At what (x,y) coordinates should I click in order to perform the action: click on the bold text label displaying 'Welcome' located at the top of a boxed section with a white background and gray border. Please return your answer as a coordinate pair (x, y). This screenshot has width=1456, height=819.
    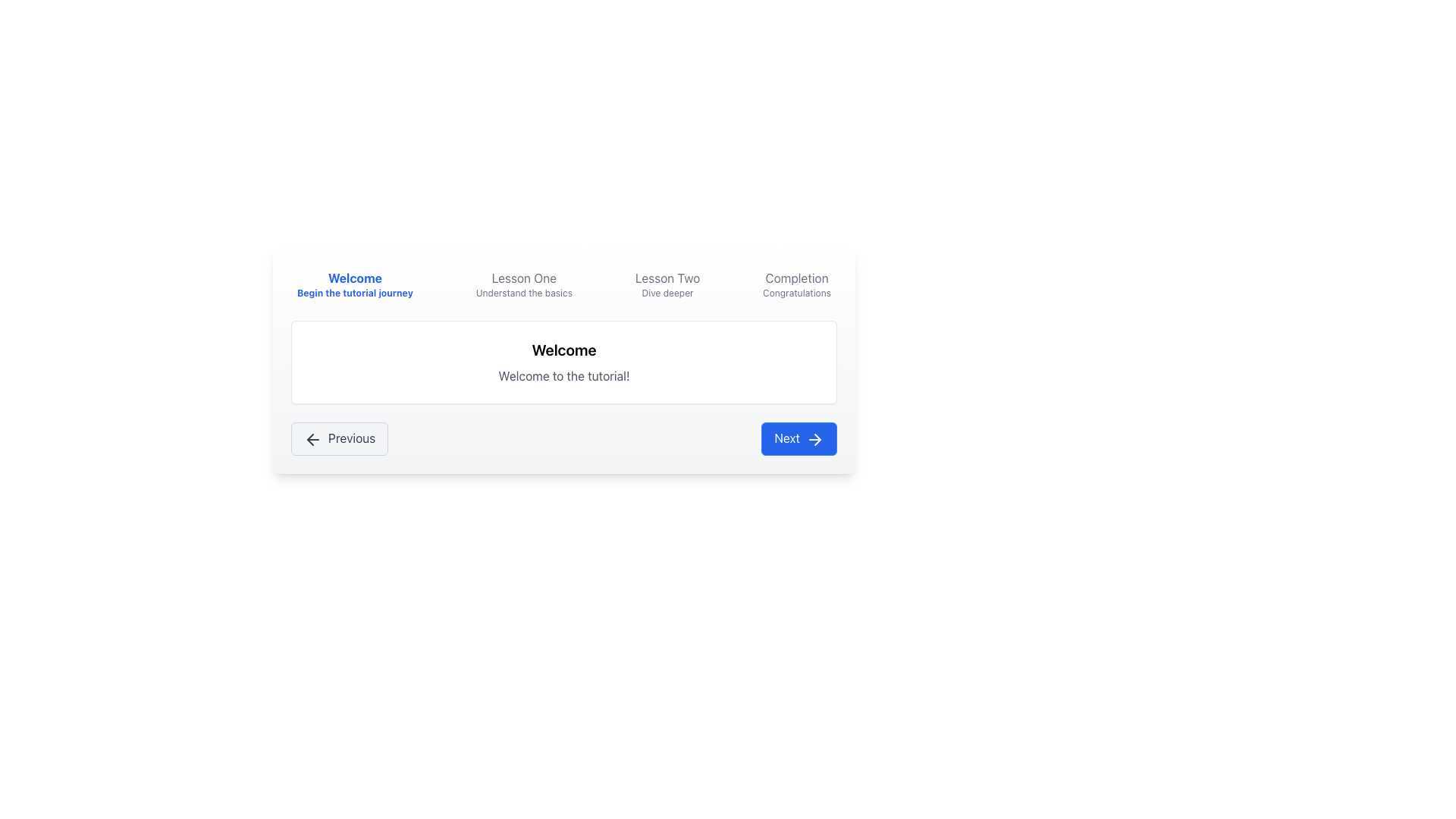
    Looking at the image, I should click on (563, 350).